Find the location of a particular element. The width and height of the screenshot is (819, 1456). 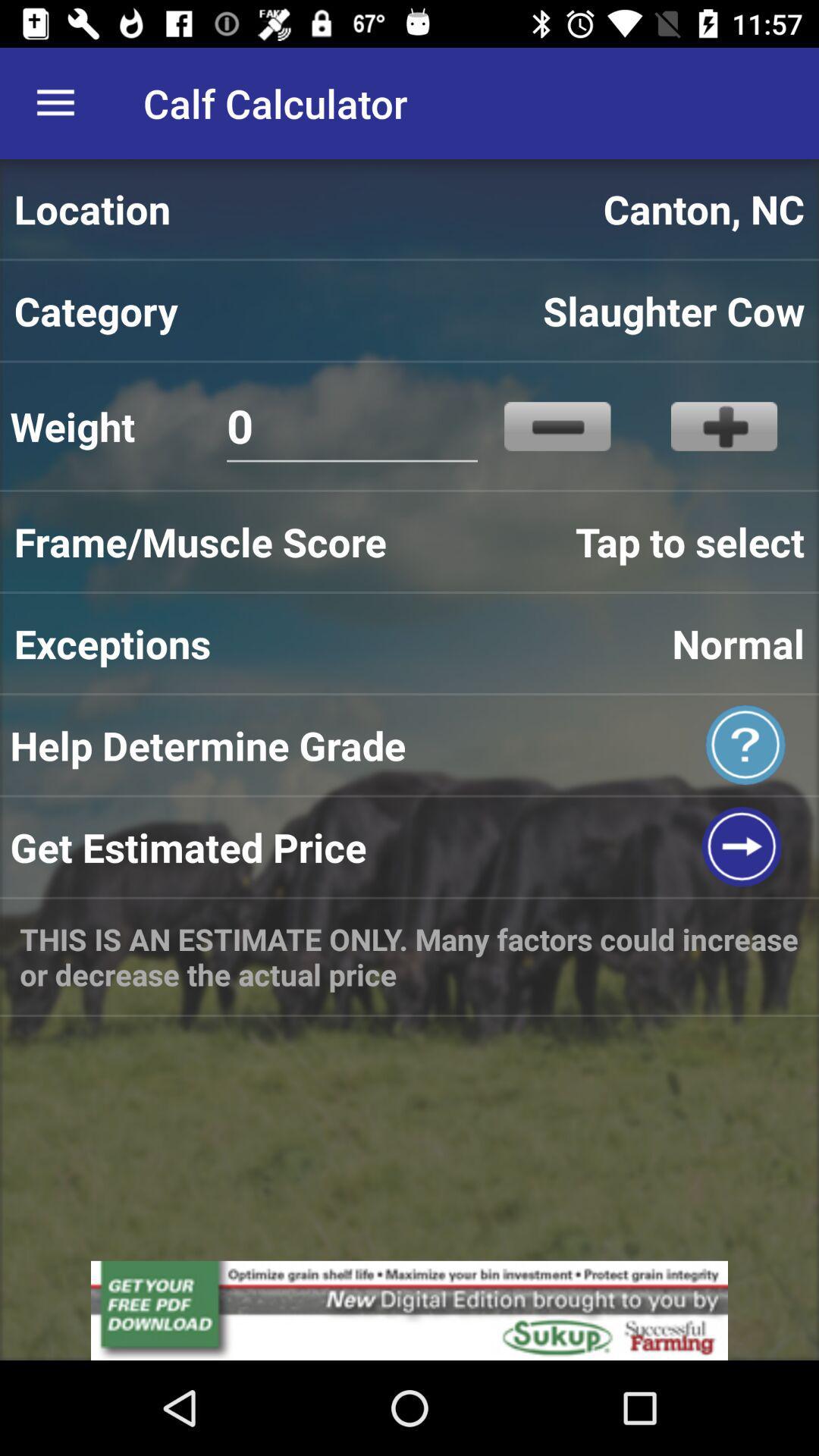

decrease weight value is located at coordinates (557, 425).